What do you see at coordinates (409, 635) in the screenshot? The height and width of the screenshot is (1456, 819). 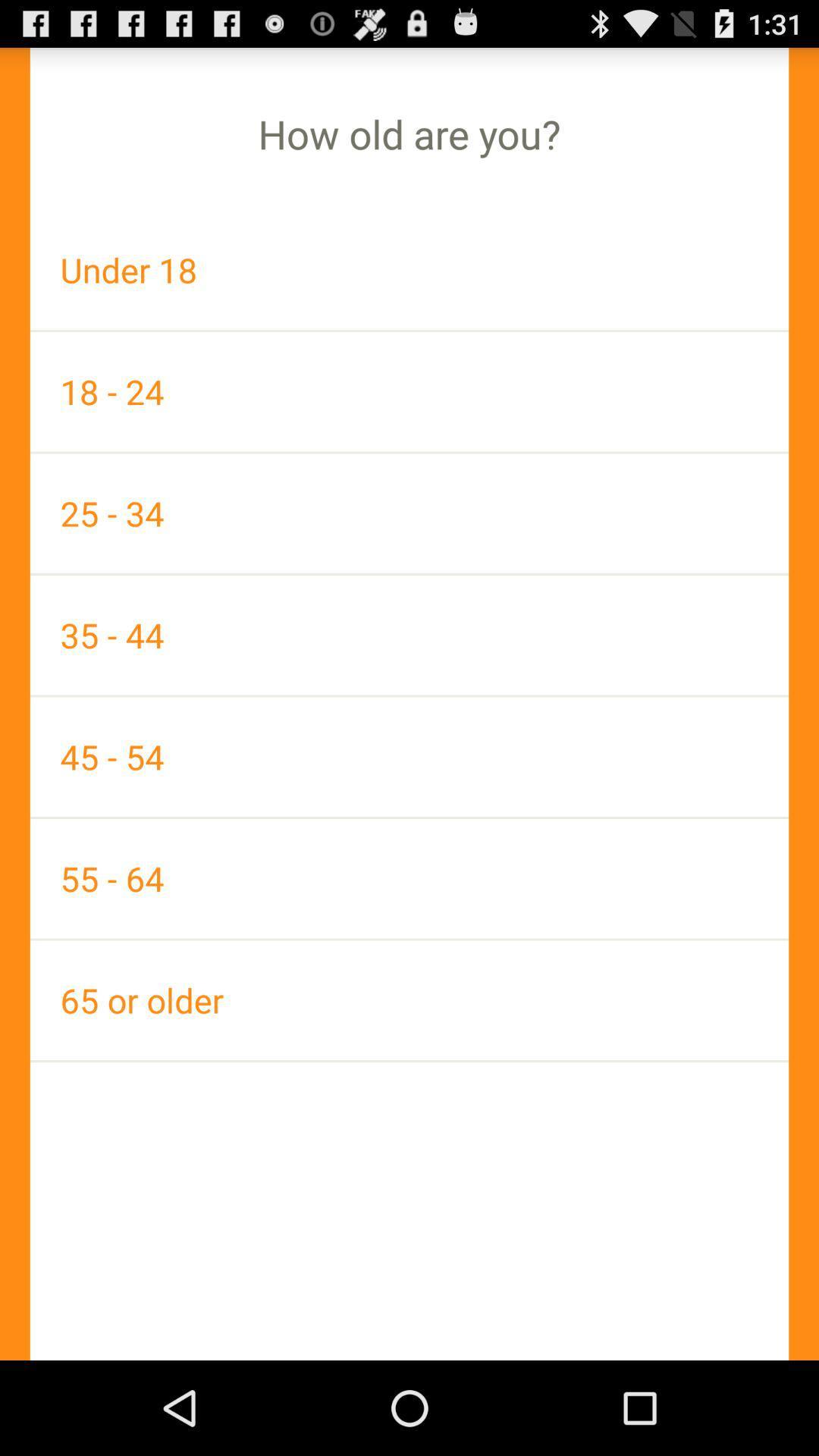 I see `app above the 45 - 54 icon` at bounding box center [409, 635].